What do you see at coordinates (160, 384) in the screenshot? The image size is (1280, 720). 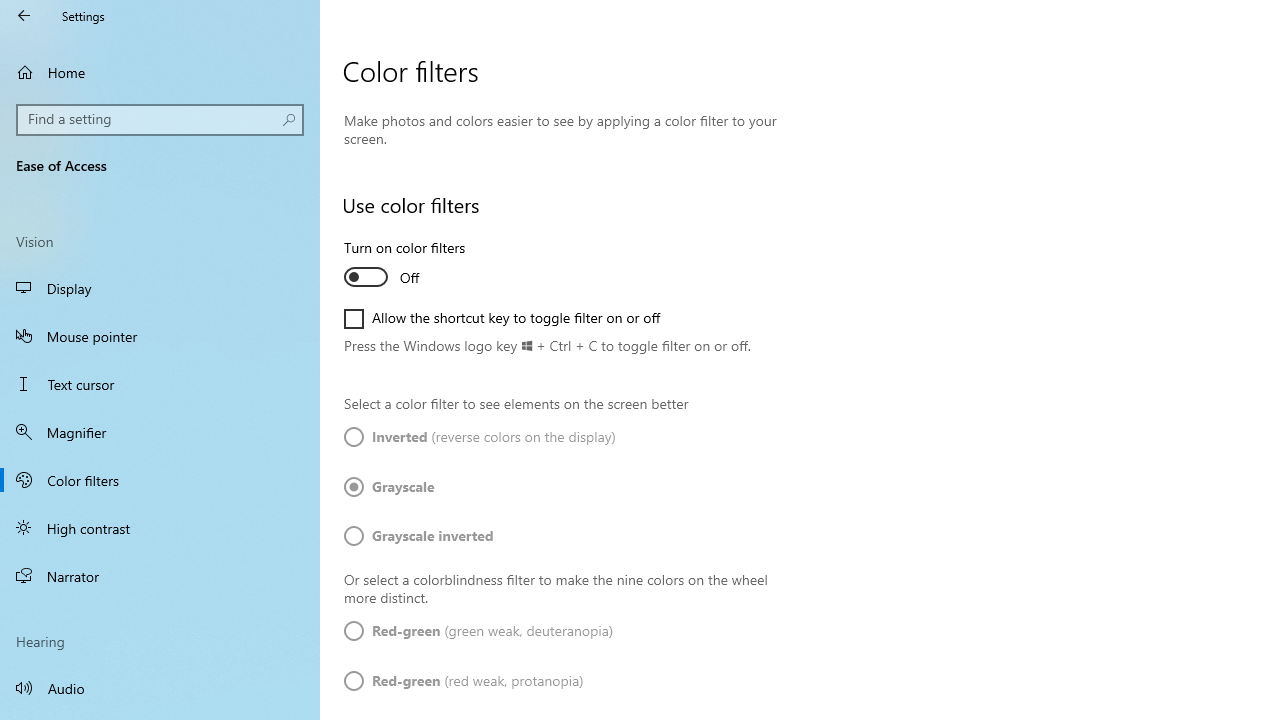 I see `'Text cursor'` at bounding box center [160, 384].